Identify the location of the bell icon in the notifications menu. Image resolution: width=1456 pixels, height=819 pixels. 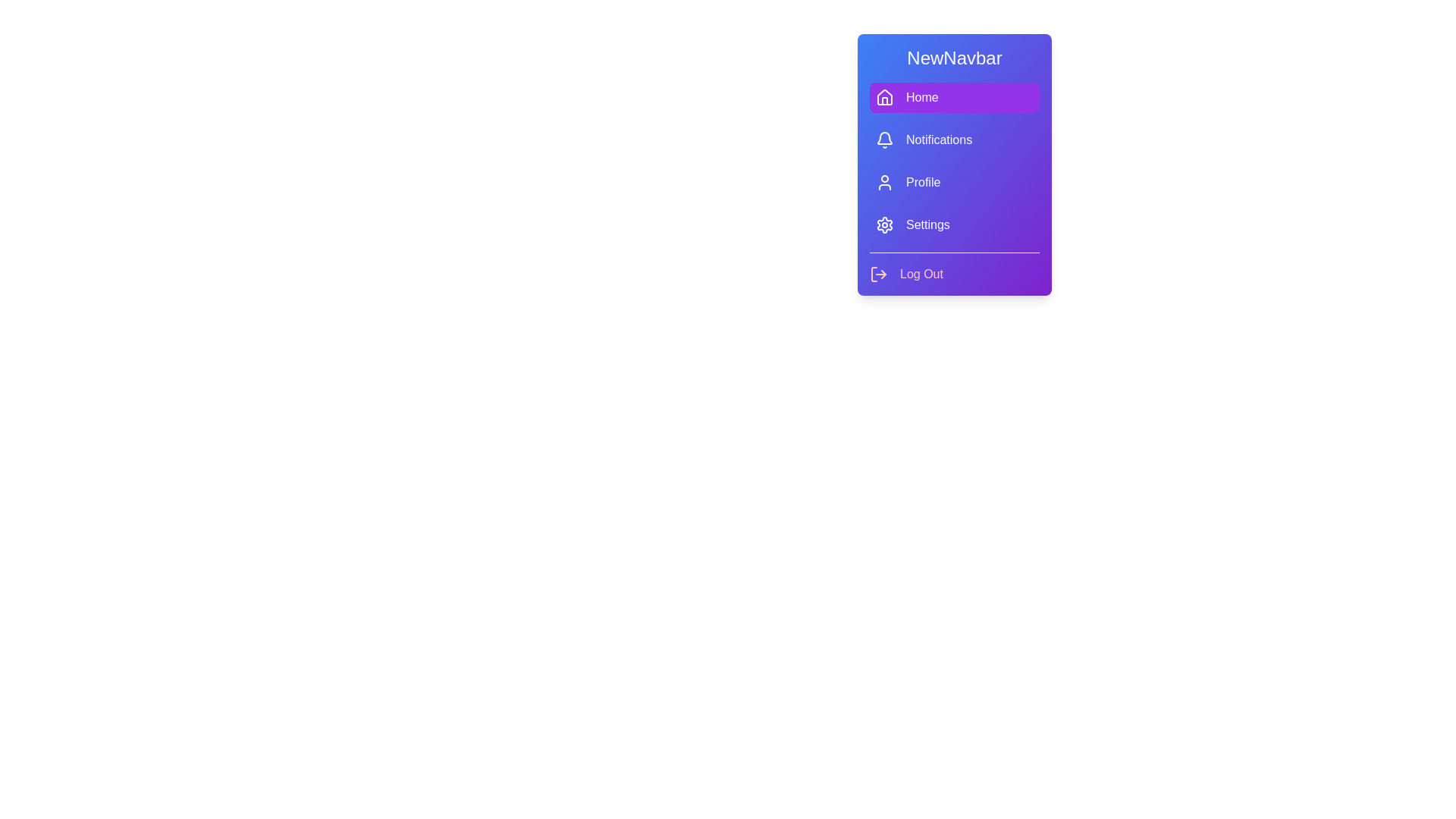
(884, 138).